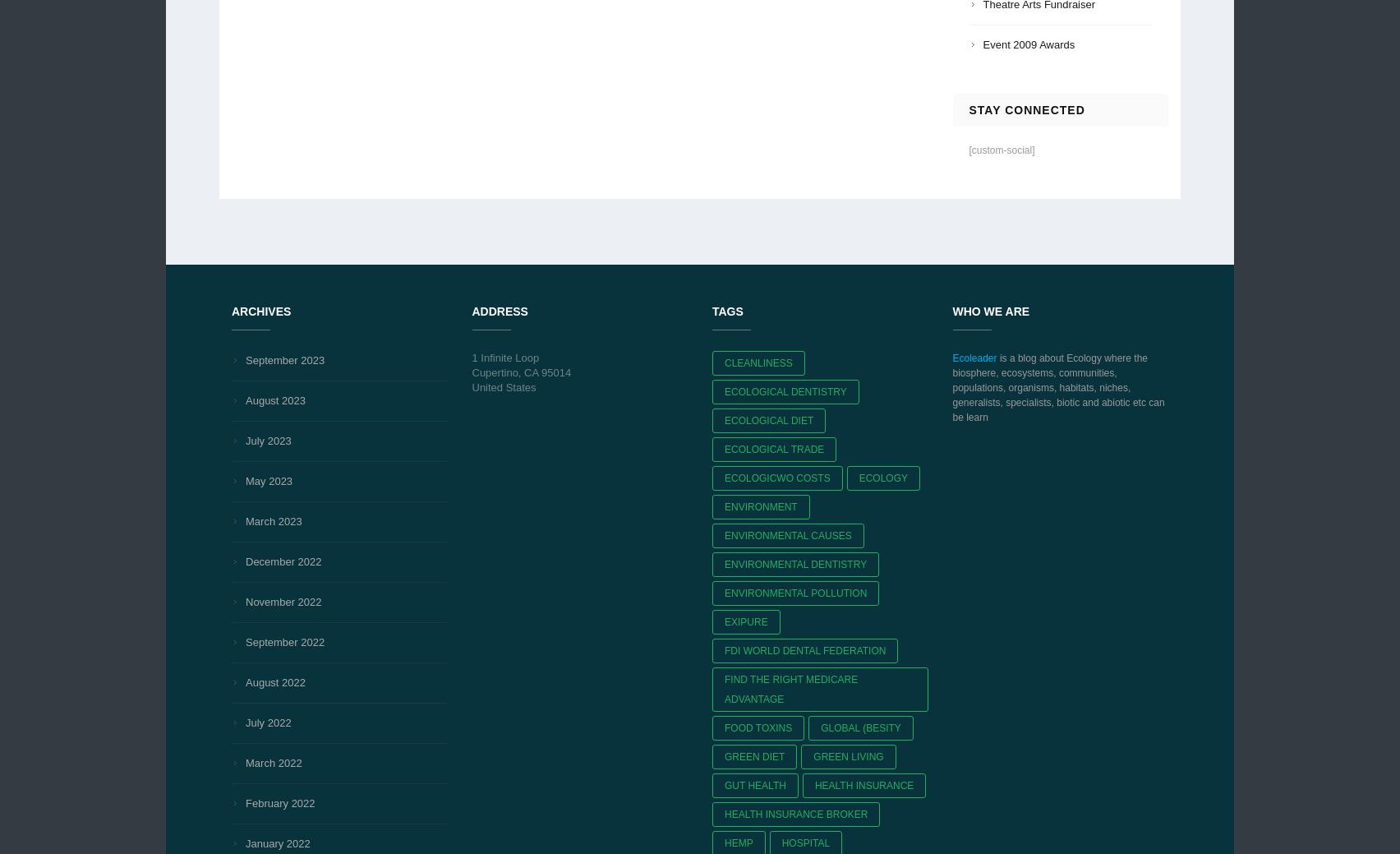  What do you see at coordinates (283, 601) in the screenshot?
I see `'November 2022'` at bounding box center [283, 601].